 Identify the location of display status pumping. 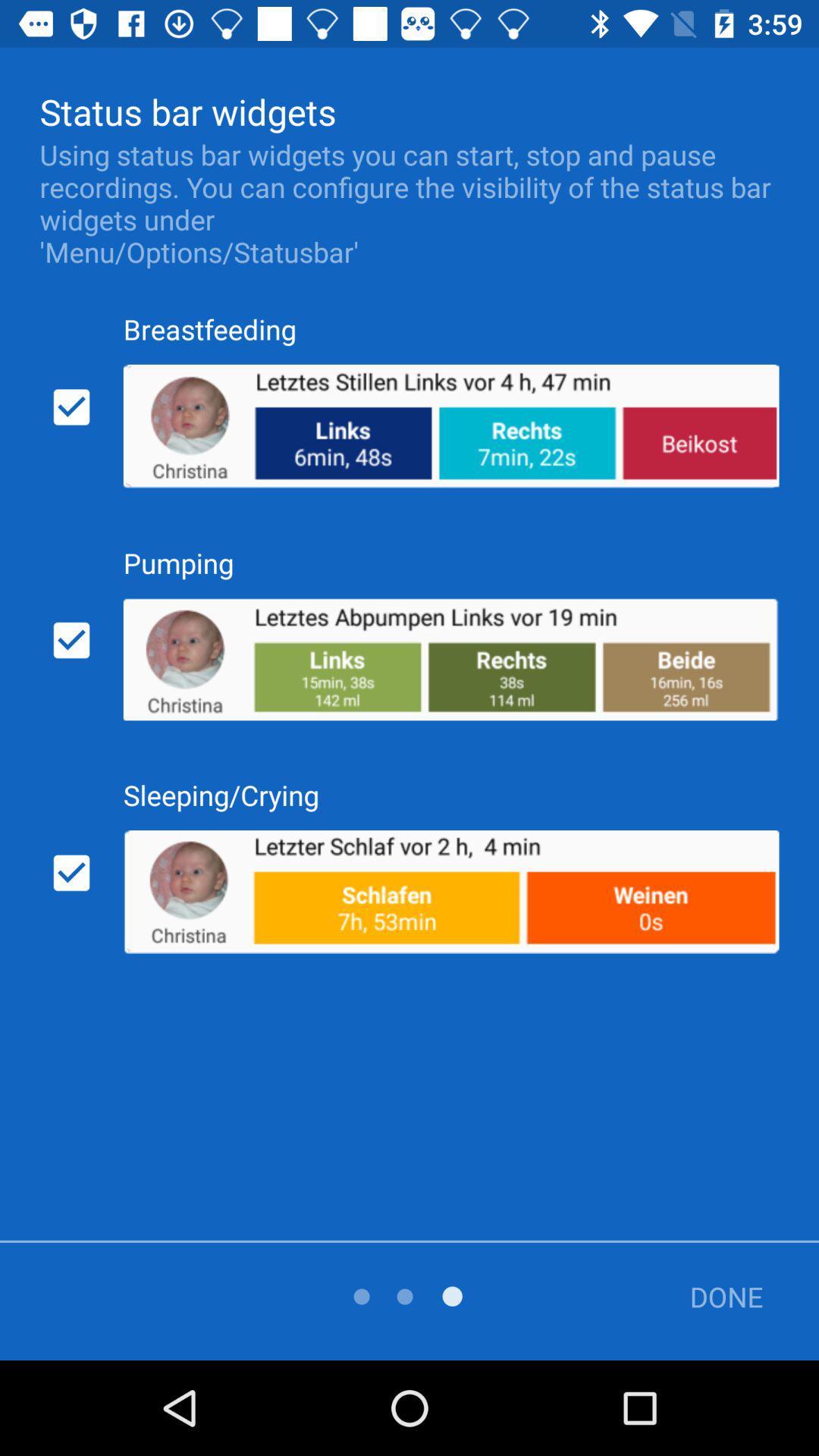
(71, 640).